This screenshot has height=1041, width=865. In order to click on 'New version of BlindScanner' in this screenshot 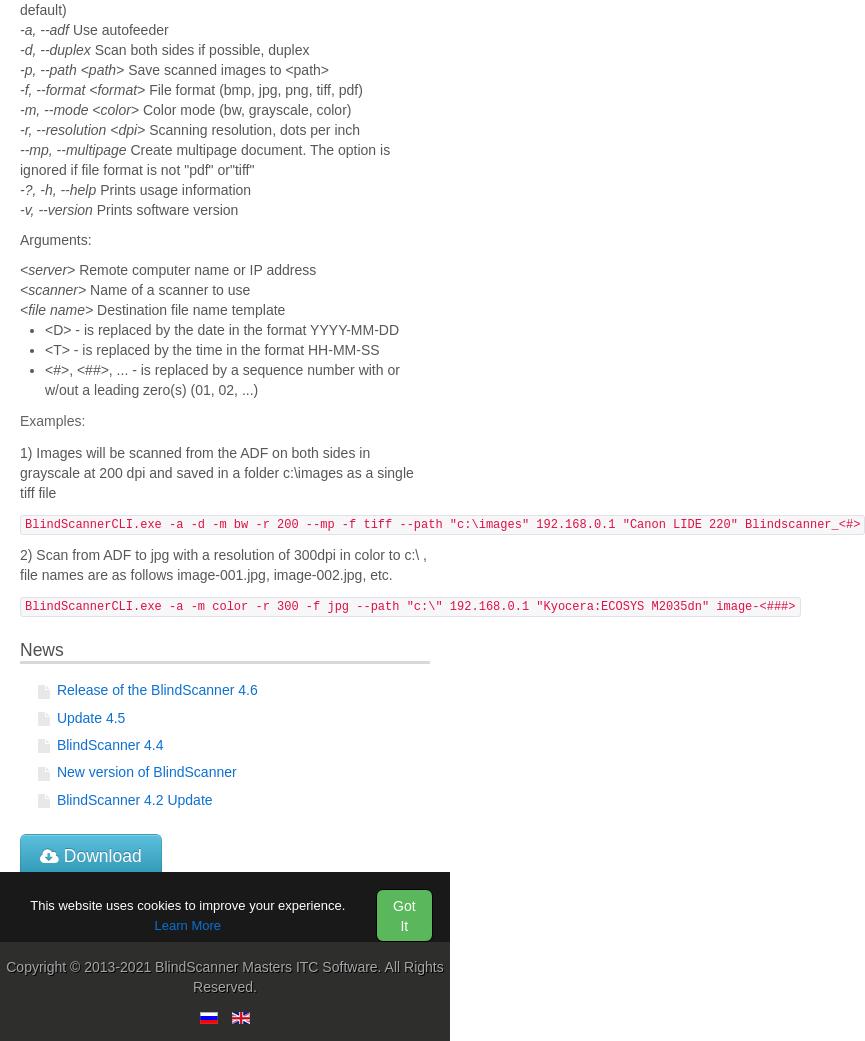, I will do `click(144, 772)`.